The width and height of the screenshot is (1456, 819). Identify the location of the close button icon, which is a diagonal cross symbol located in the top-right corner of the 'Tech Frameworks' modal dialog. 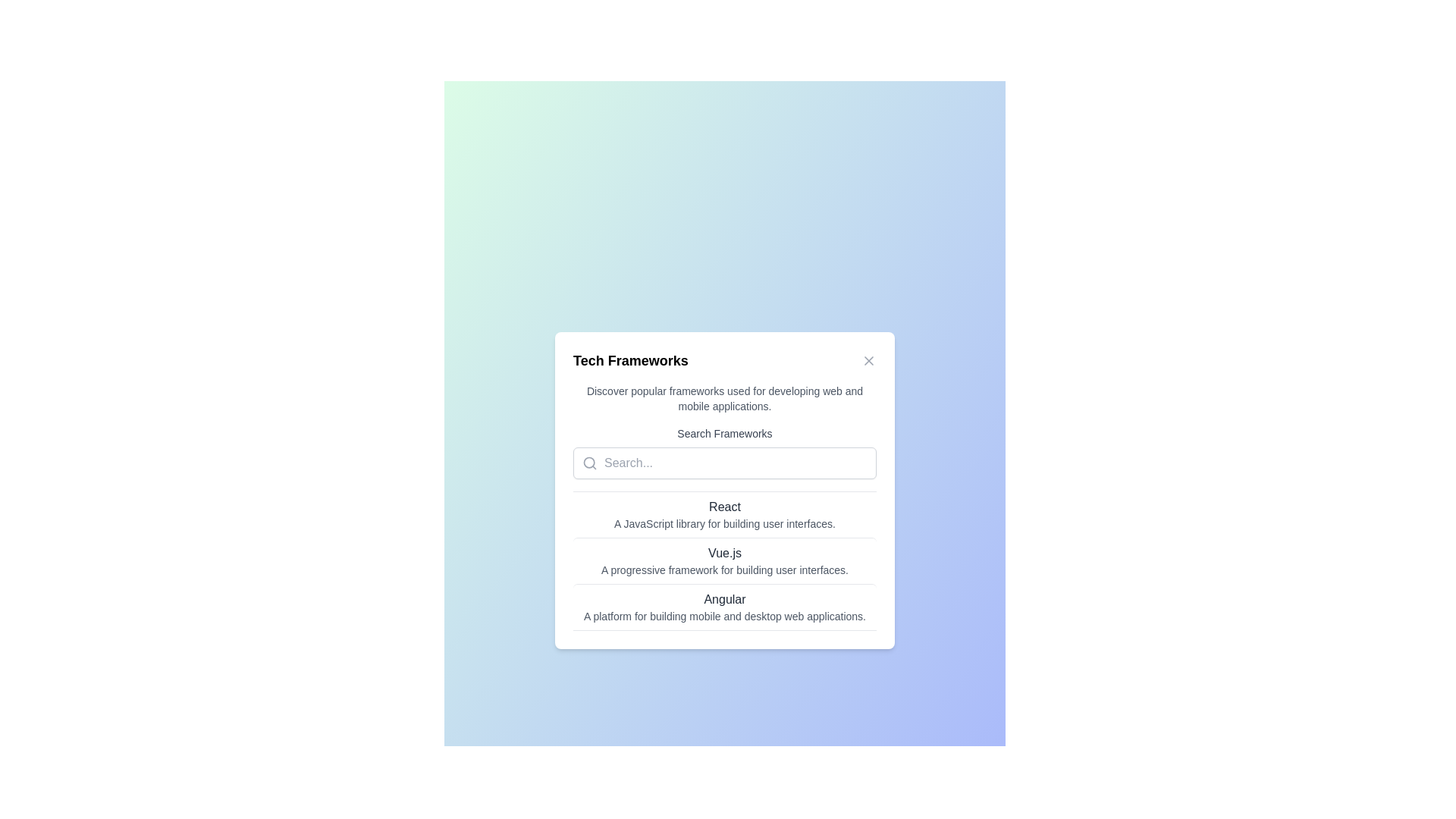
(869, 360).